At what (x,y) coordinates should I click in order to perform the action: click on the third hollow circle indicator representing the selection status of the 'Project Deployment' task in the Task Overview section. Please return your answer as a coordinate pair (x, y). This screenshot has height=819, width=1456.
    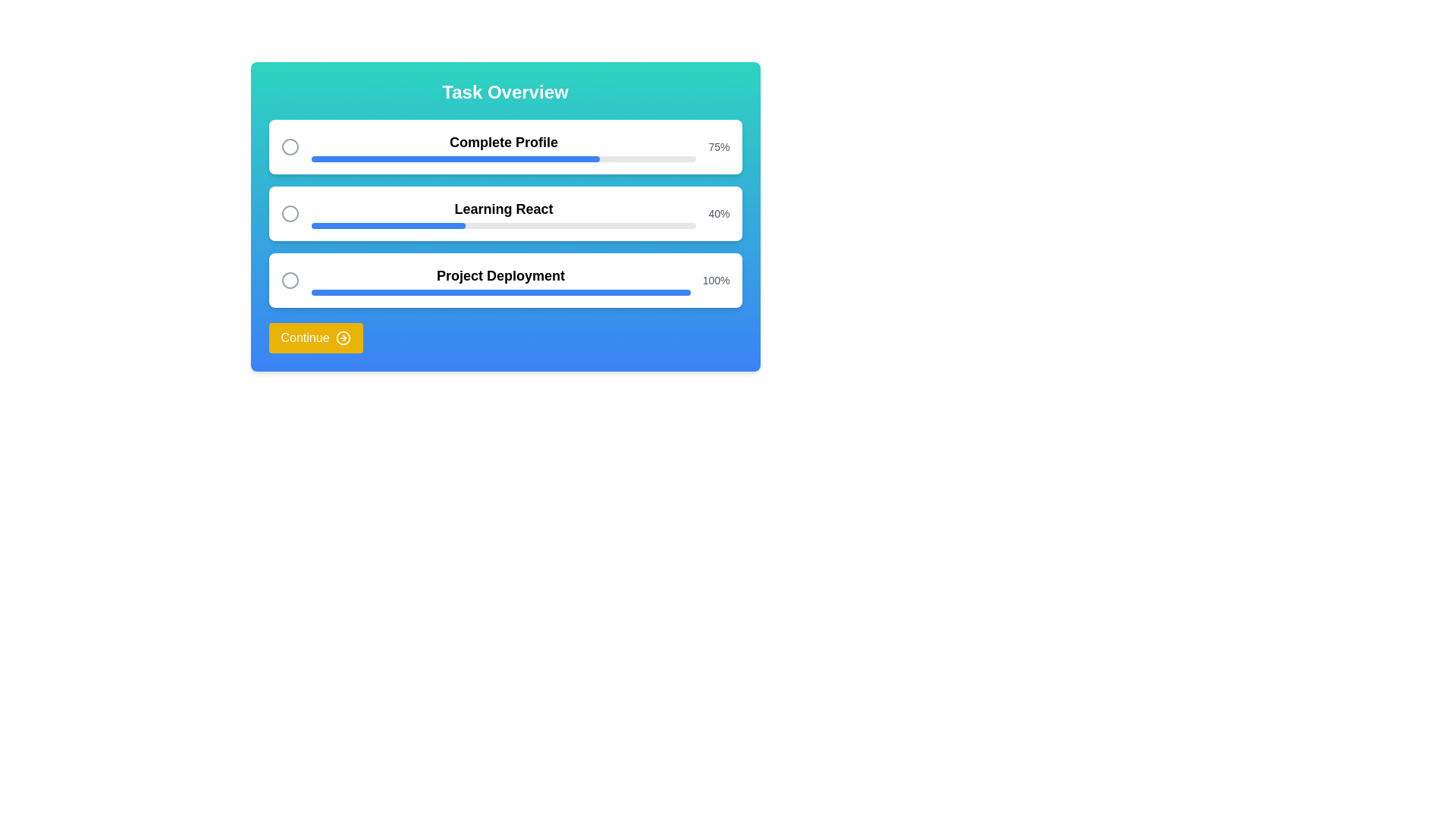
    Looking at the image, I should click on (290, 281).